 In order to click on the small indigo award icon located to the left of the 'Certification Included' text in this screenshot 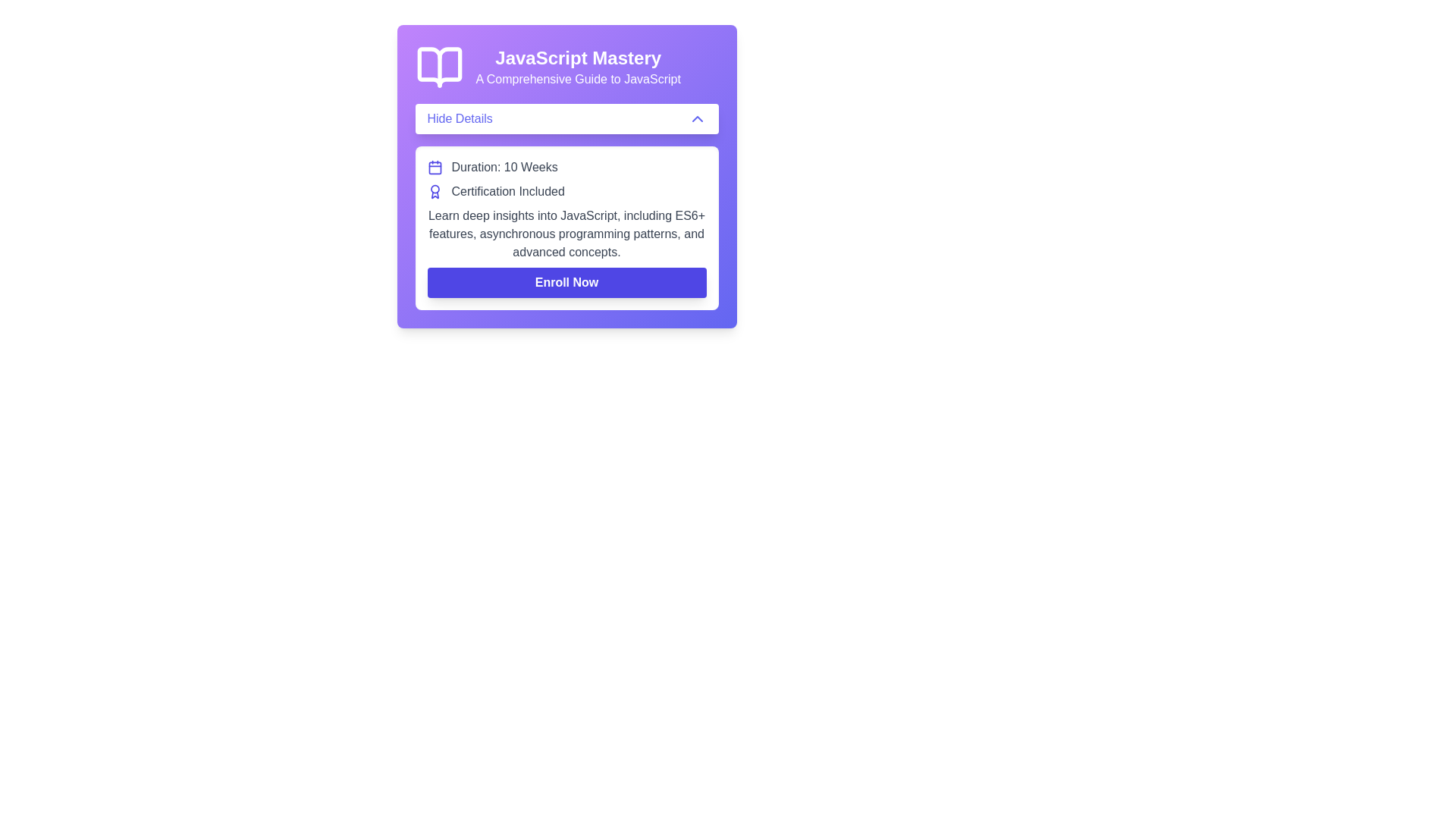, I will do `click(434, 191)`.